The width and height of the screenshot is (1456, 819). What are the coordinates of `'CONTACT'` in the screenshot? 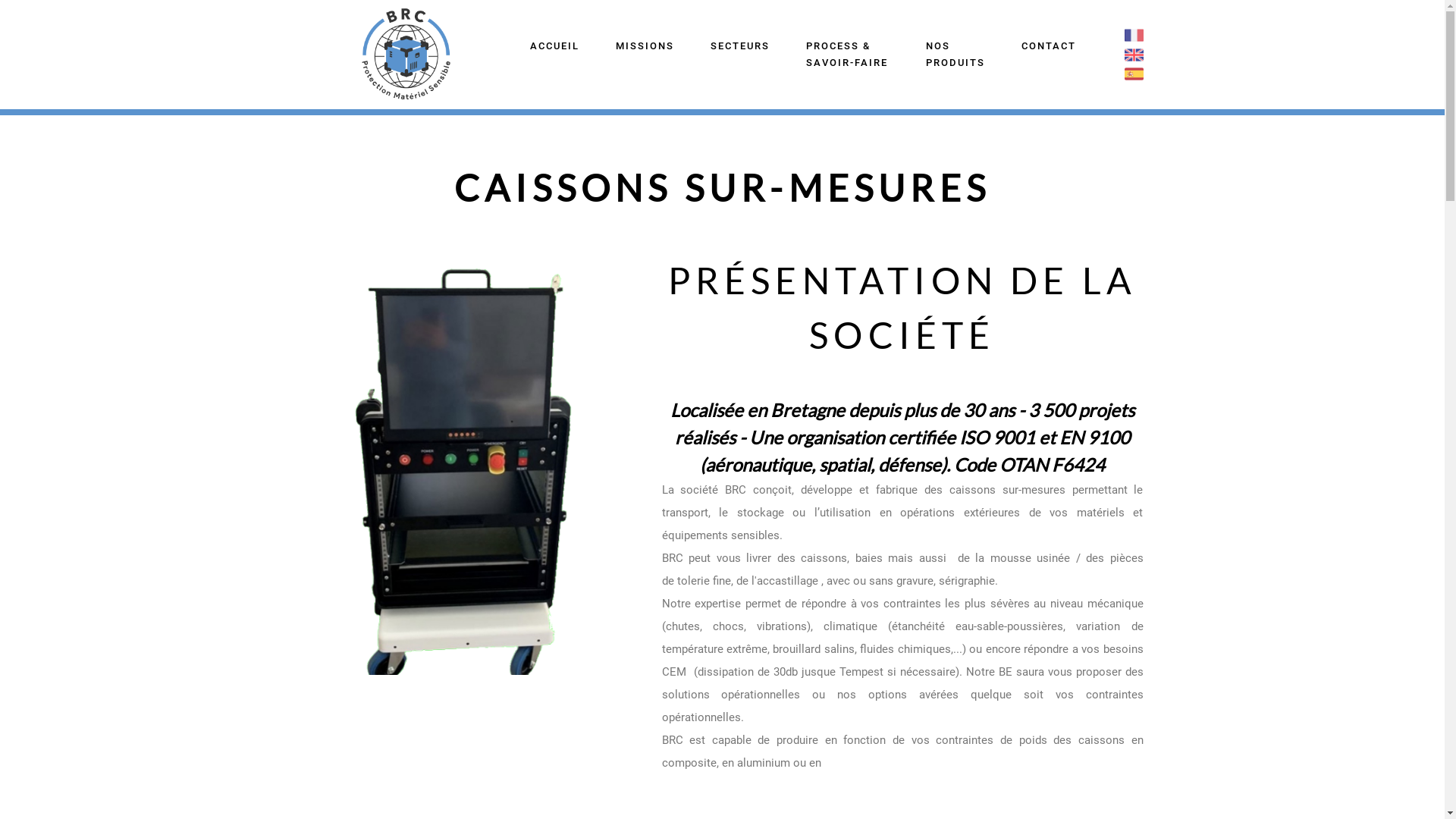 It's located at (1047, 45).